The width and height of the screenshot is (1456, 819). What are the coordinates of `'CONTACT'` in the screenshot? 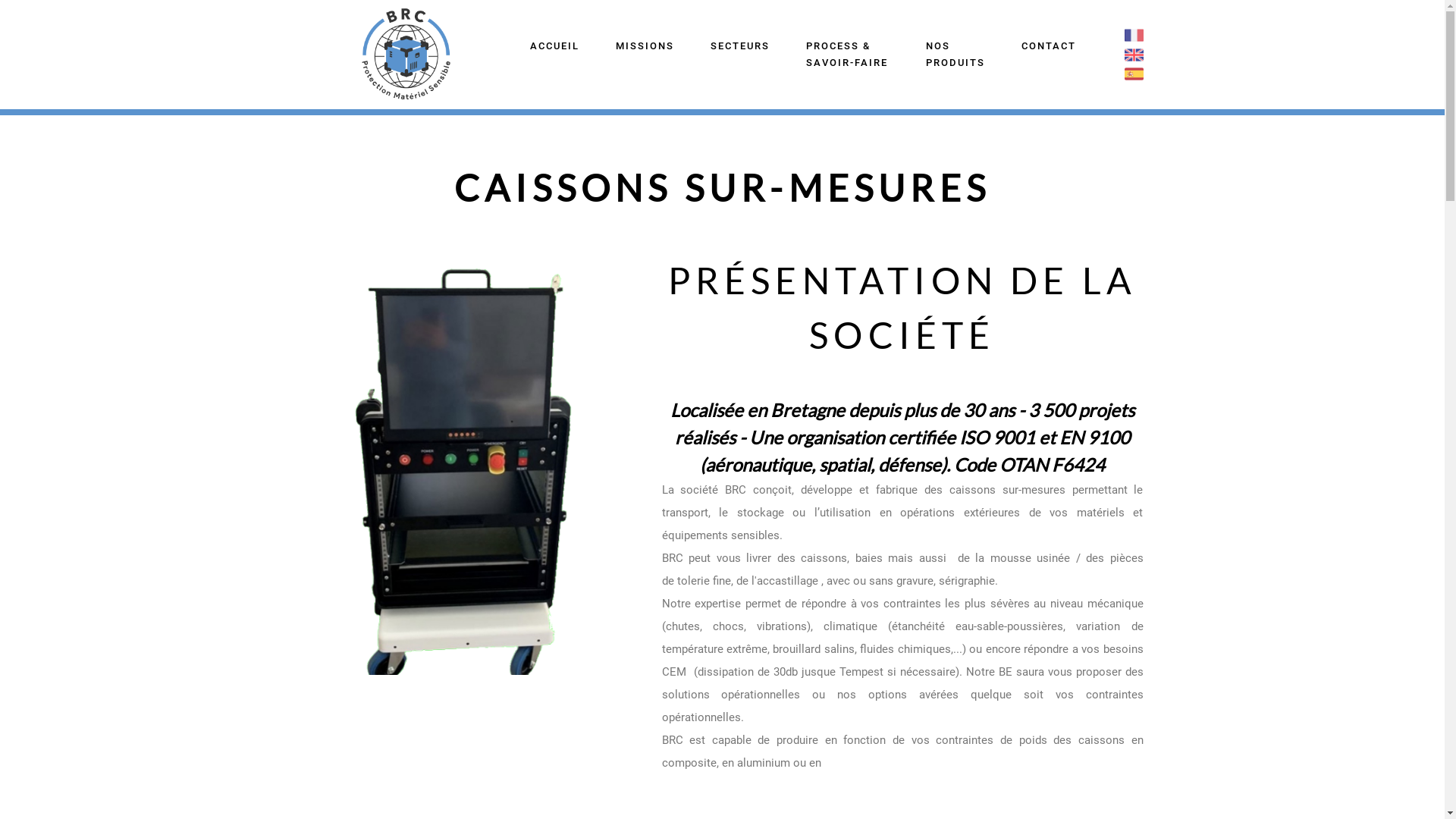 It's located at (1047, 45).